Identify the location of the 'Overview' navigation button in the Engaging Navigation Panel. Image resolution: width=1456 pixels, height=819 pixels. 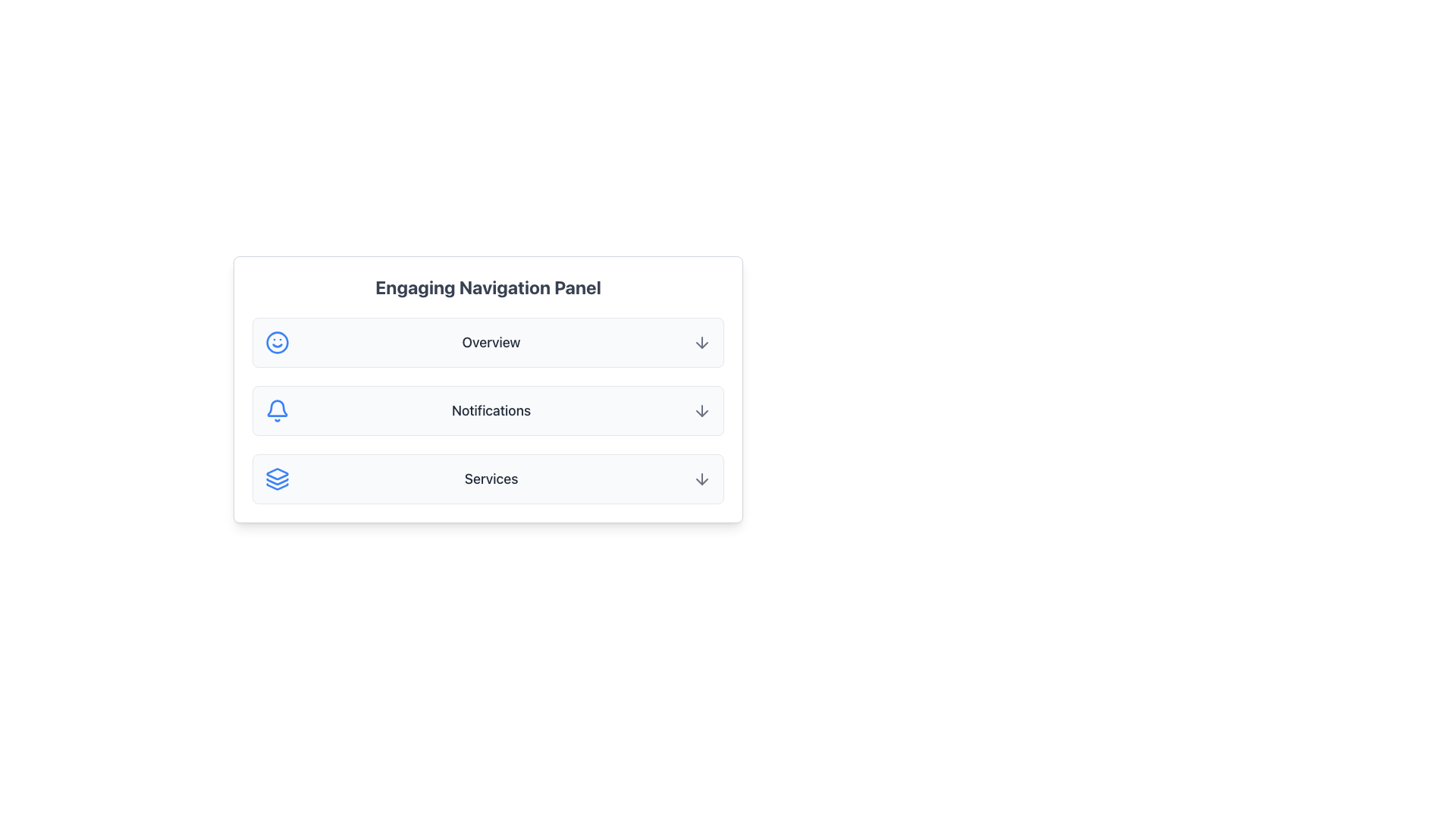
(488, 342).